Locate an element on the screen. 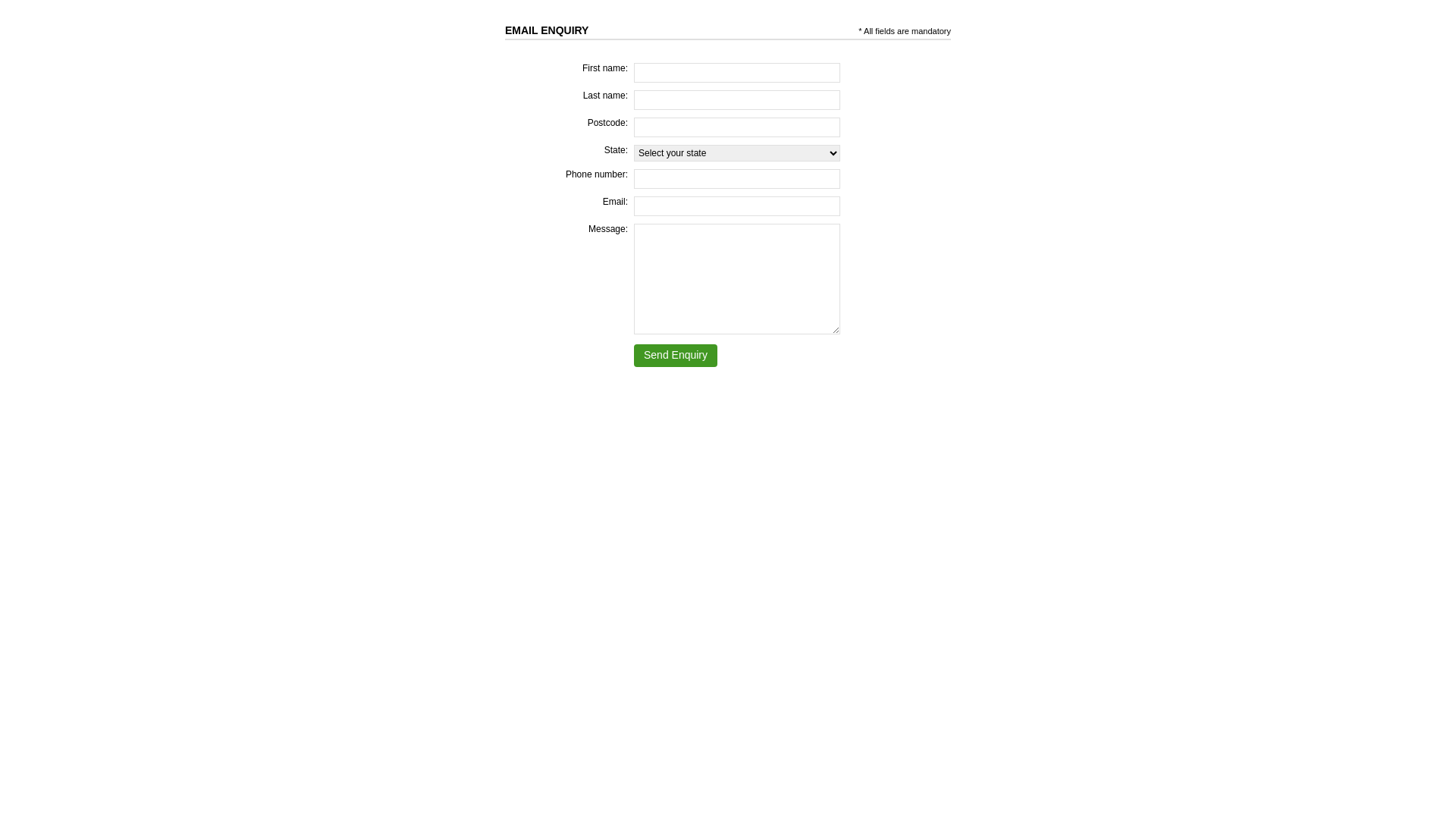 Image resolution: width=1456 pixels, height=819 pixels. 'Send Enquiry' is located at coordinates (633, 356).